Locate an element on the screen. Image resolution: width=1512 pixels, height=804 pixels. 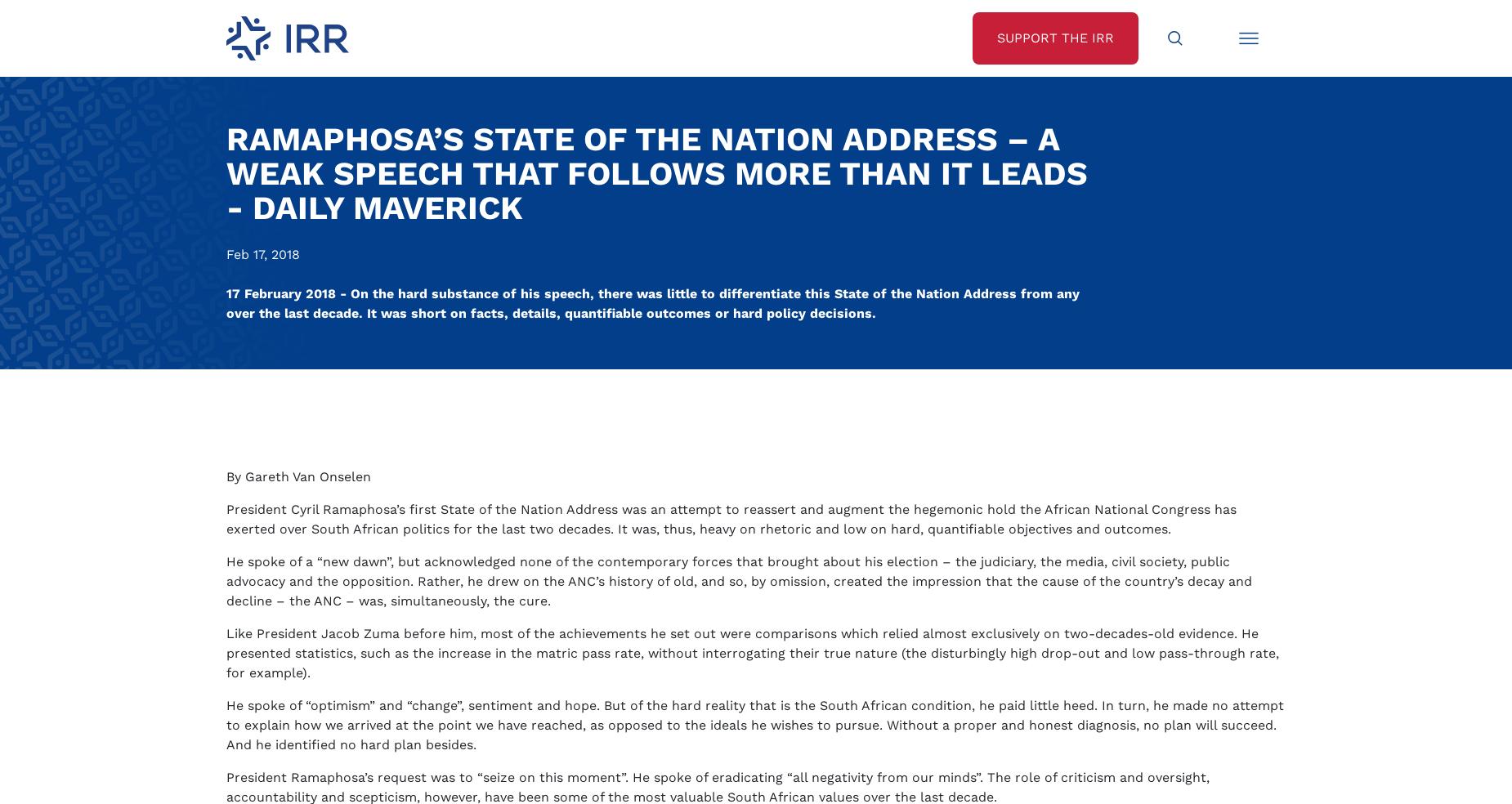
'INES (Integrated National Export Strategy);' is located at coordinates (391, 561).